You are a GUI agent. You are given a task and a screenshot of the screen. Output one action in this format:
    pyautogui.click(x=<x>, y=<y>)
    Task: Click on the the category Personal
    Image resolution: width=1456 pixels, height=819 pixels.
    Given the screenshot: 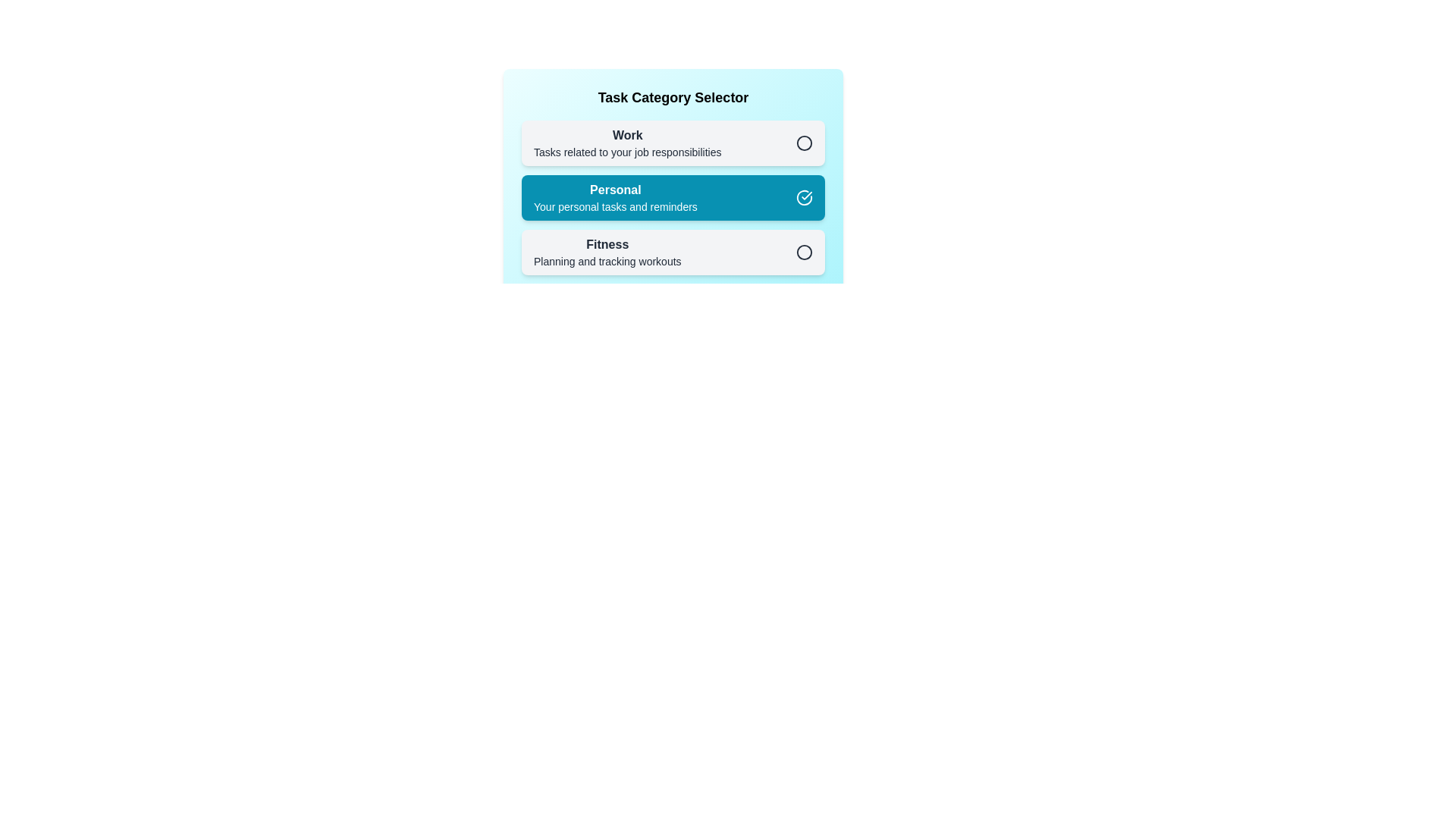 What is the action you would take?
    pyautogui.click(x=673, y=197)
    